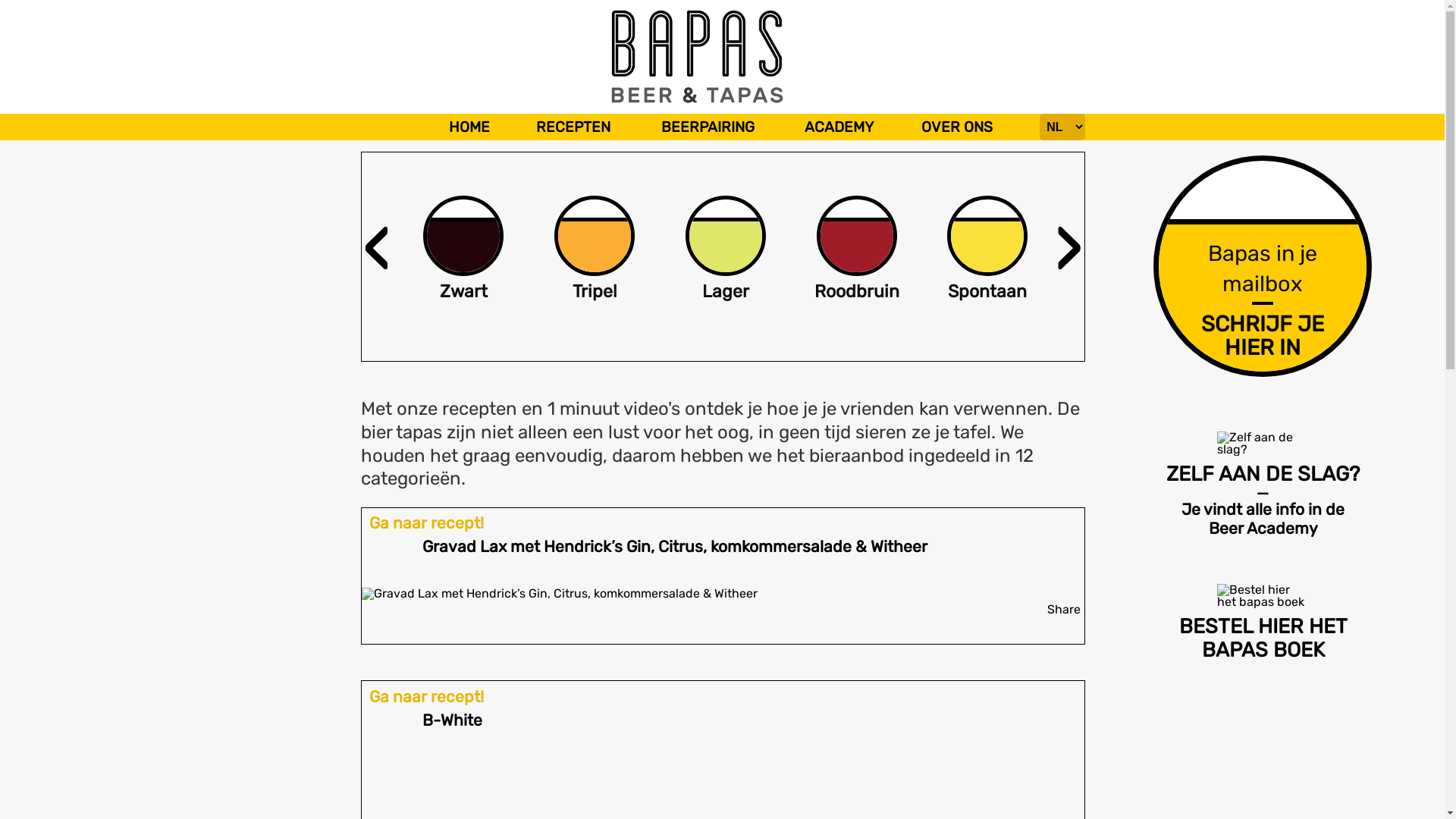  I want to click on 'Ga naar recept!', so click(425, 696).